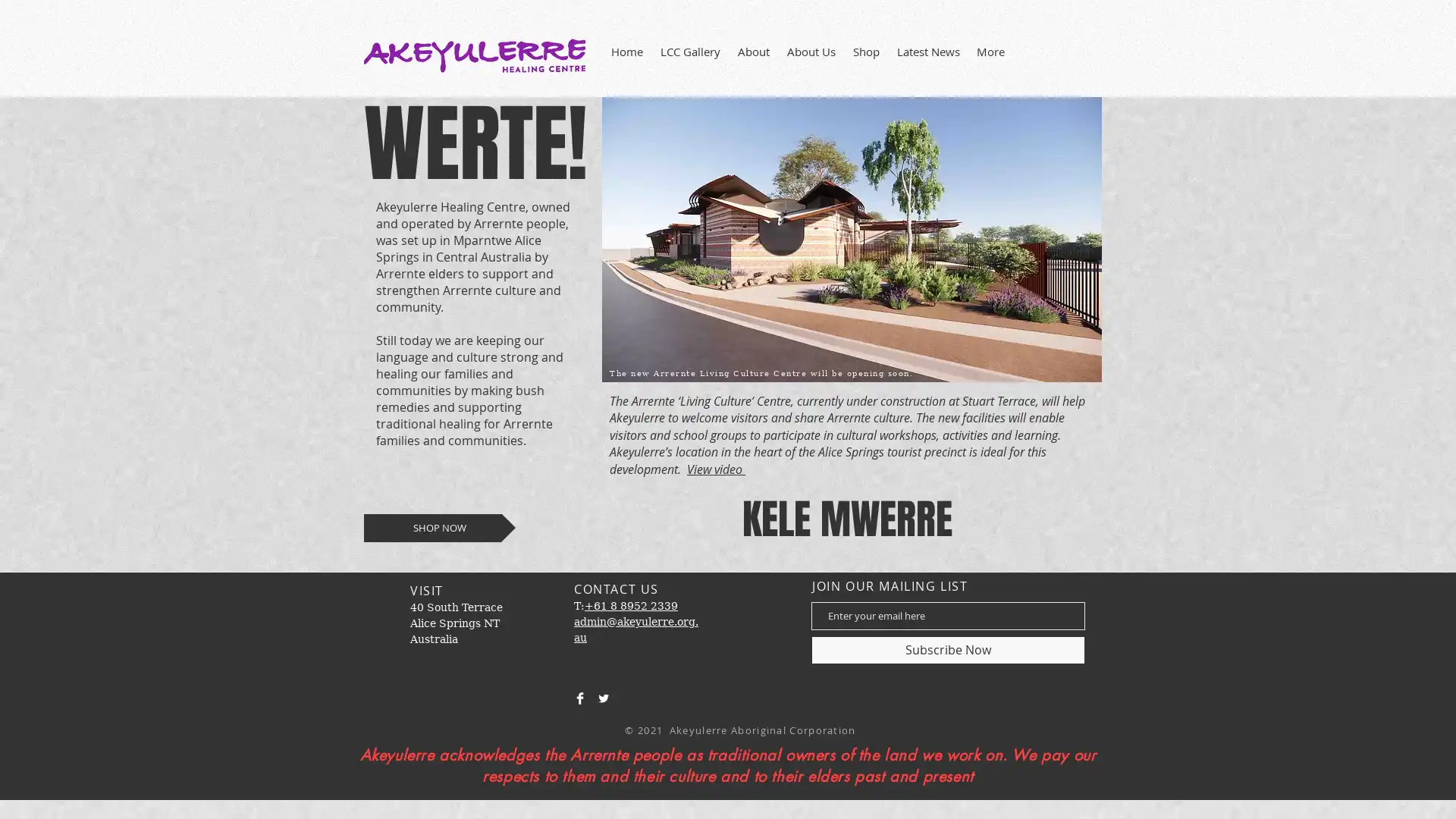 Image resolution: width=1456 pixels, height=819 pixels. What do you see at coordinates (947, 648) in the screenshot?
I see `Subscribe Now` at bounding box center [947, 648].